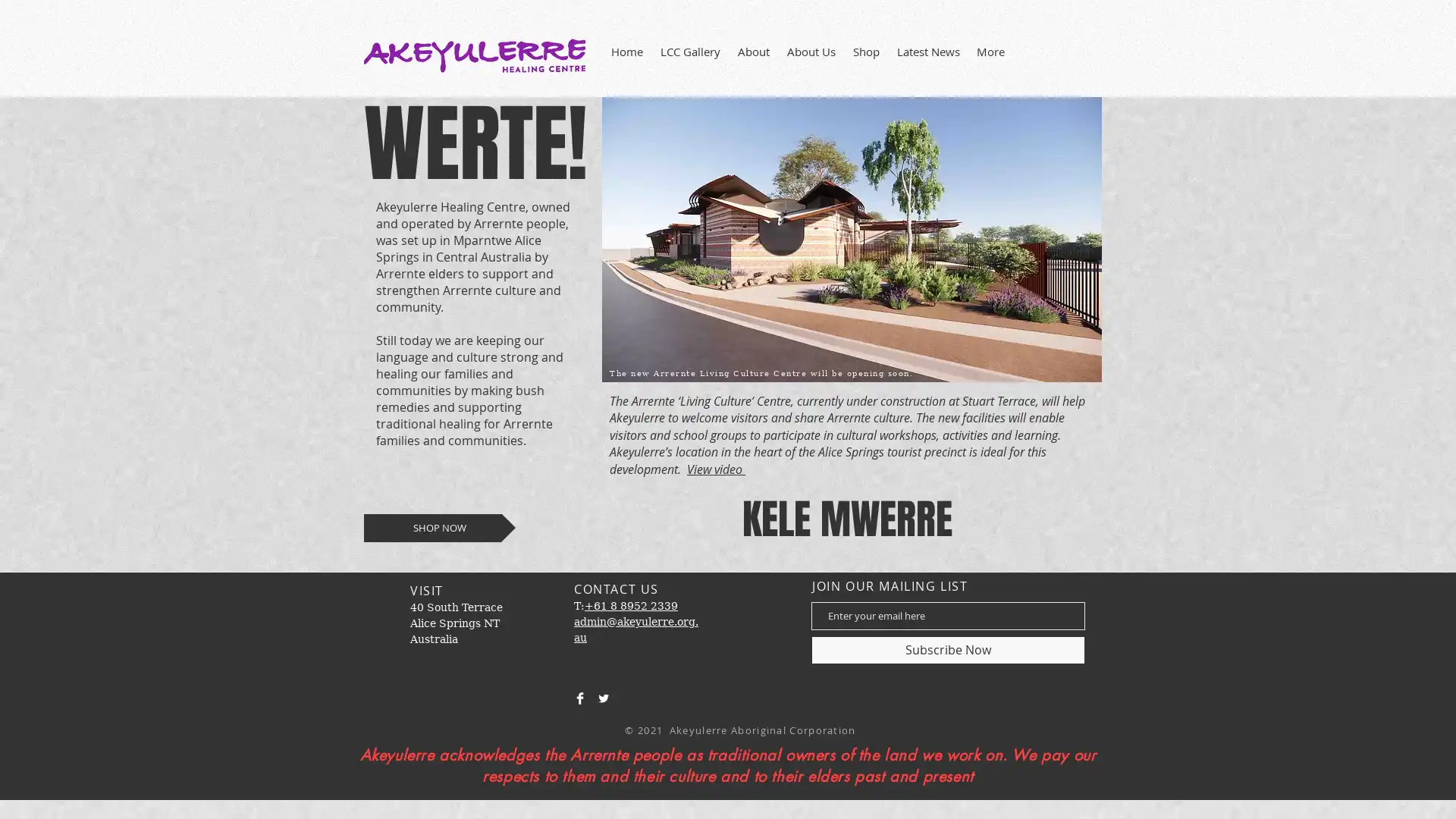 Image resolution: width=1456 pixels, height=819 pixels. What do you see at coordinates (947, 648) in the screenshot?
I see `Subscribe Now` at bounding box center [947, 648].